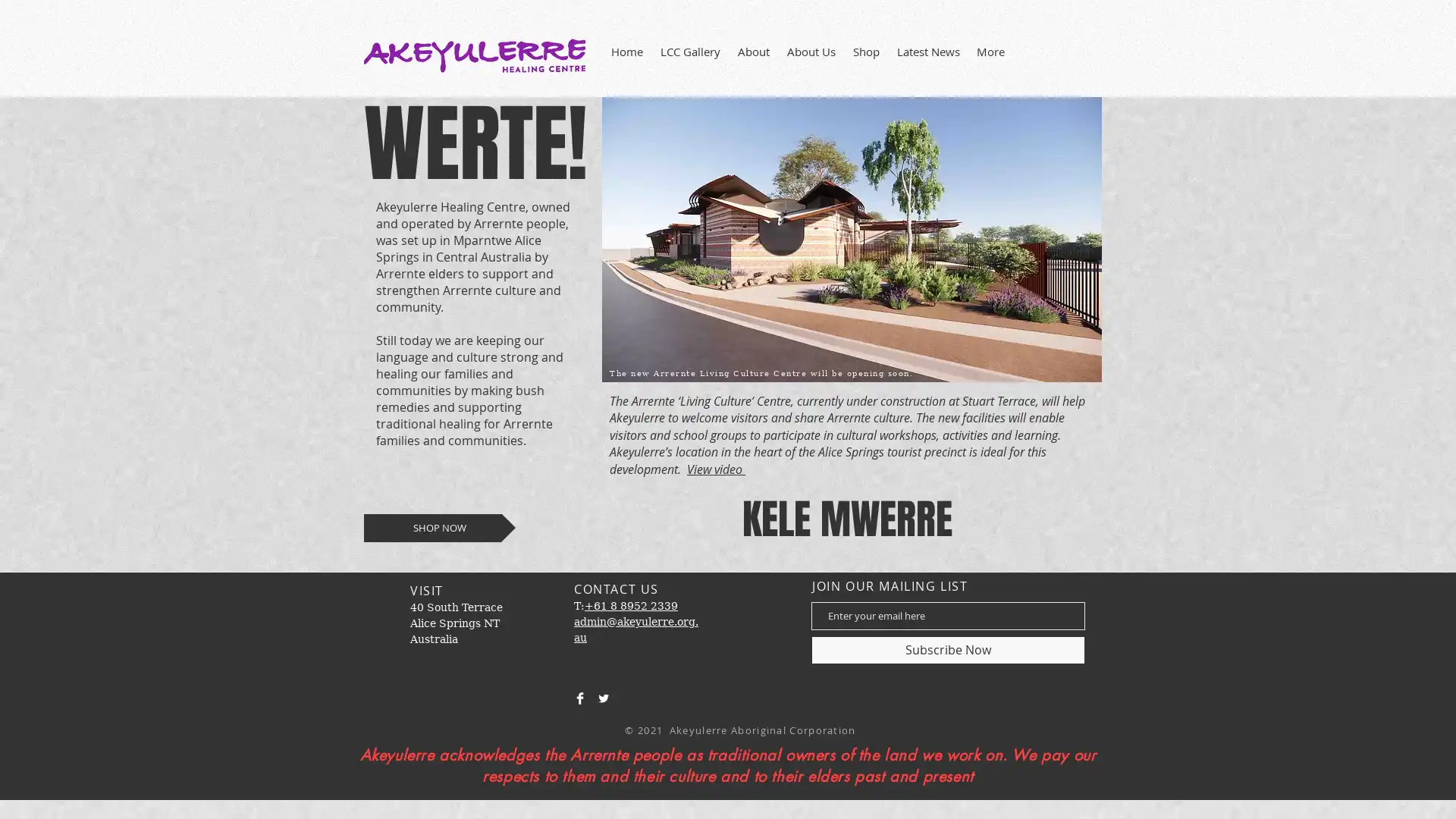 Image resolution: width=1456 pixels, height=819 pixels. What do you see at coordinates (947, 648) in the screenshot?
I see `Subscribe Now` at bounding box center [947, 648].